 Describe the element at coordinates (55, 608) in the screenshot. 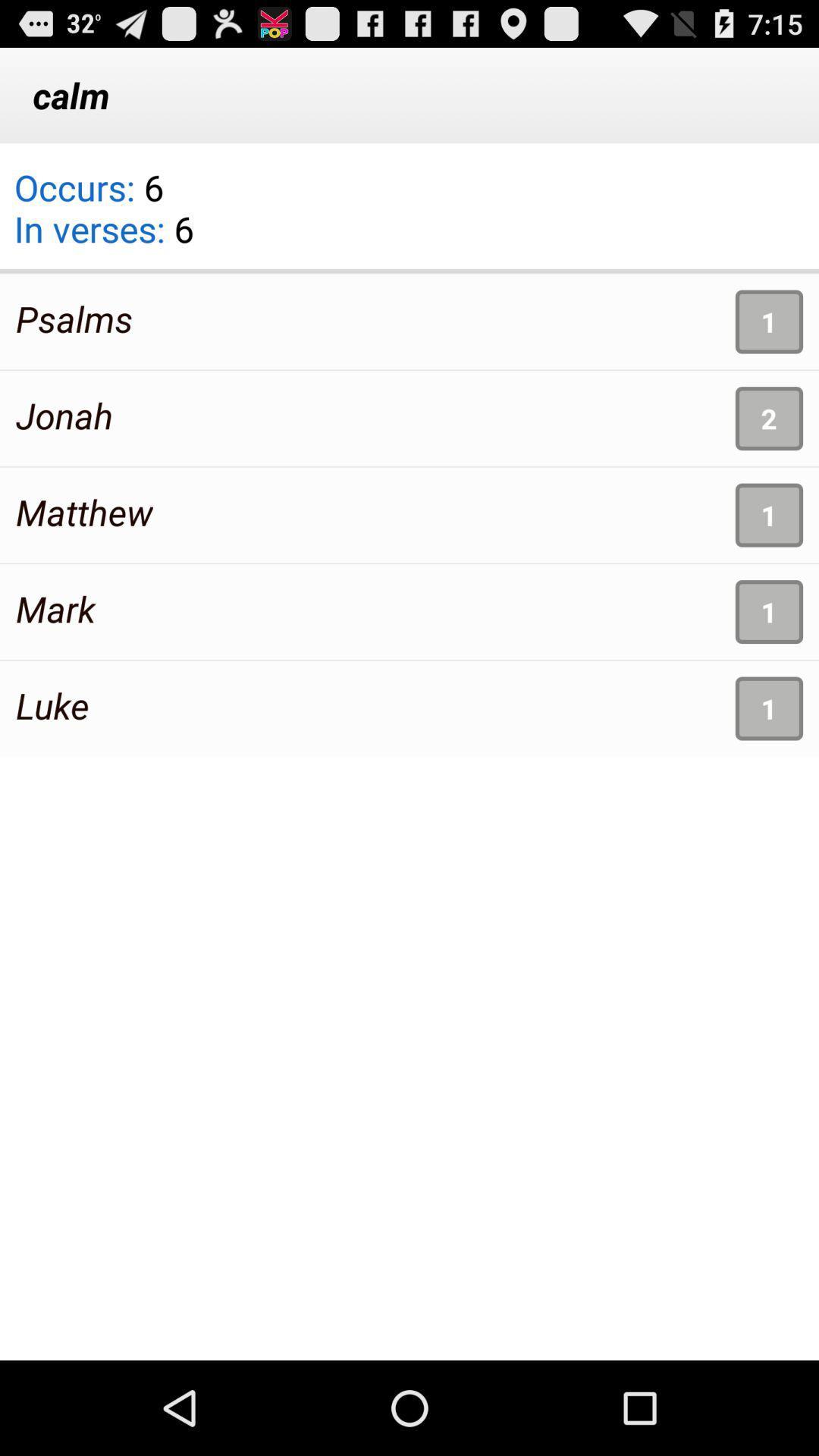

I see `icon below matthew app` at that location.